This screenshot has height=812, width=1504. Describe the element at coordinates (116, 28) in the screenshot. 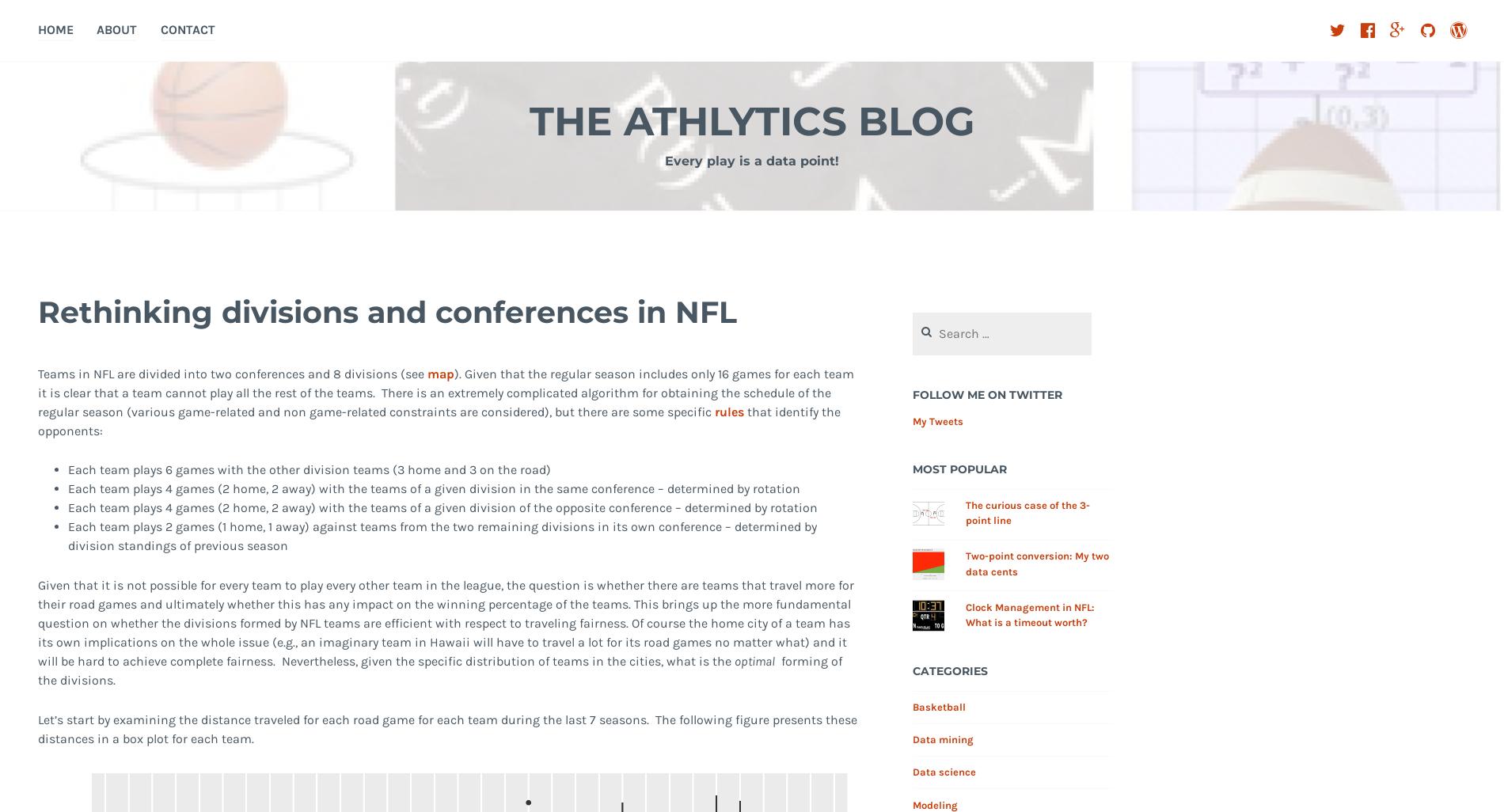

I see `'About'` at that location.